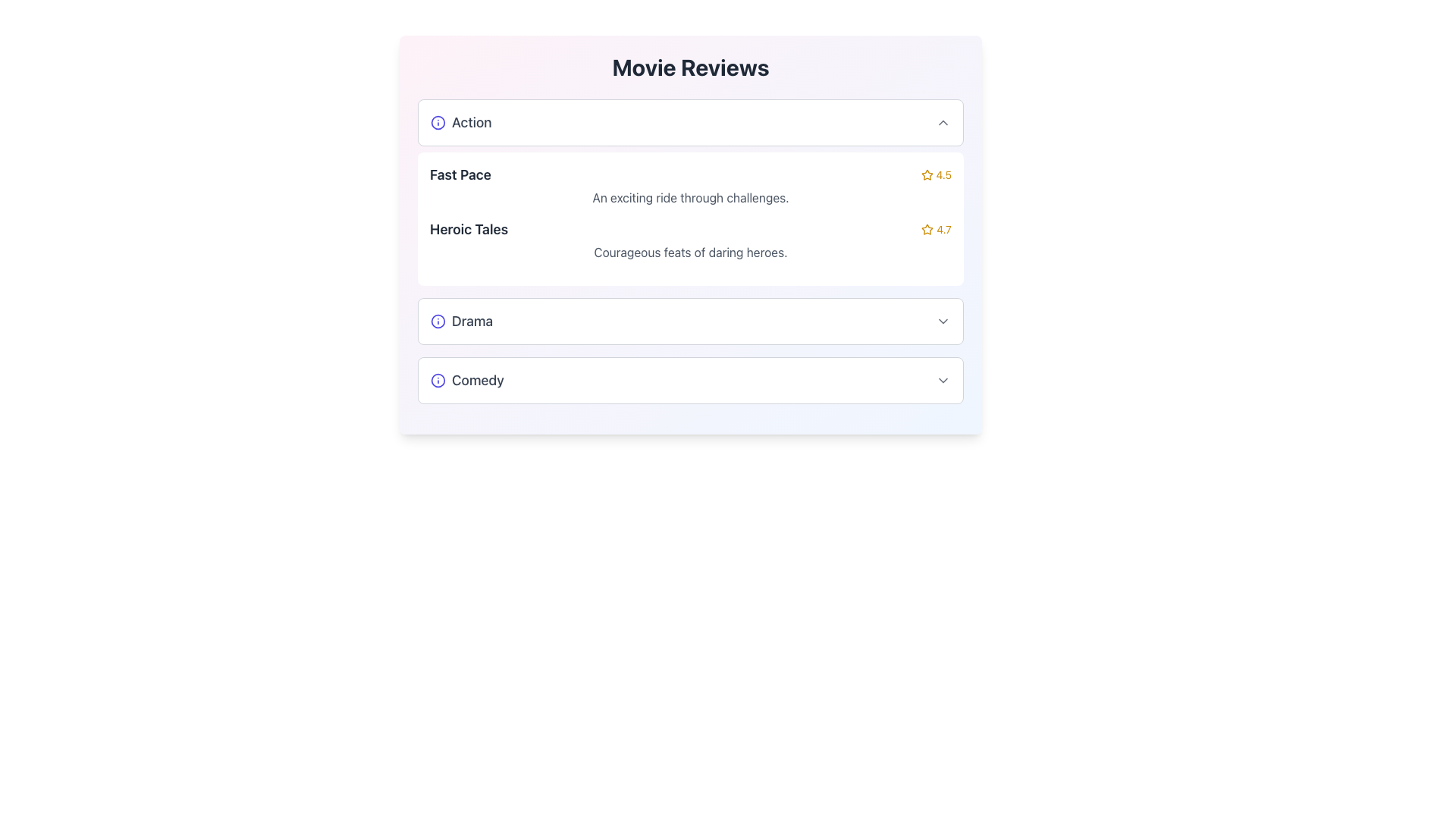 This screenshot has height=819, width=1456. I want to click on the Information Display Section, so click(690, 185).